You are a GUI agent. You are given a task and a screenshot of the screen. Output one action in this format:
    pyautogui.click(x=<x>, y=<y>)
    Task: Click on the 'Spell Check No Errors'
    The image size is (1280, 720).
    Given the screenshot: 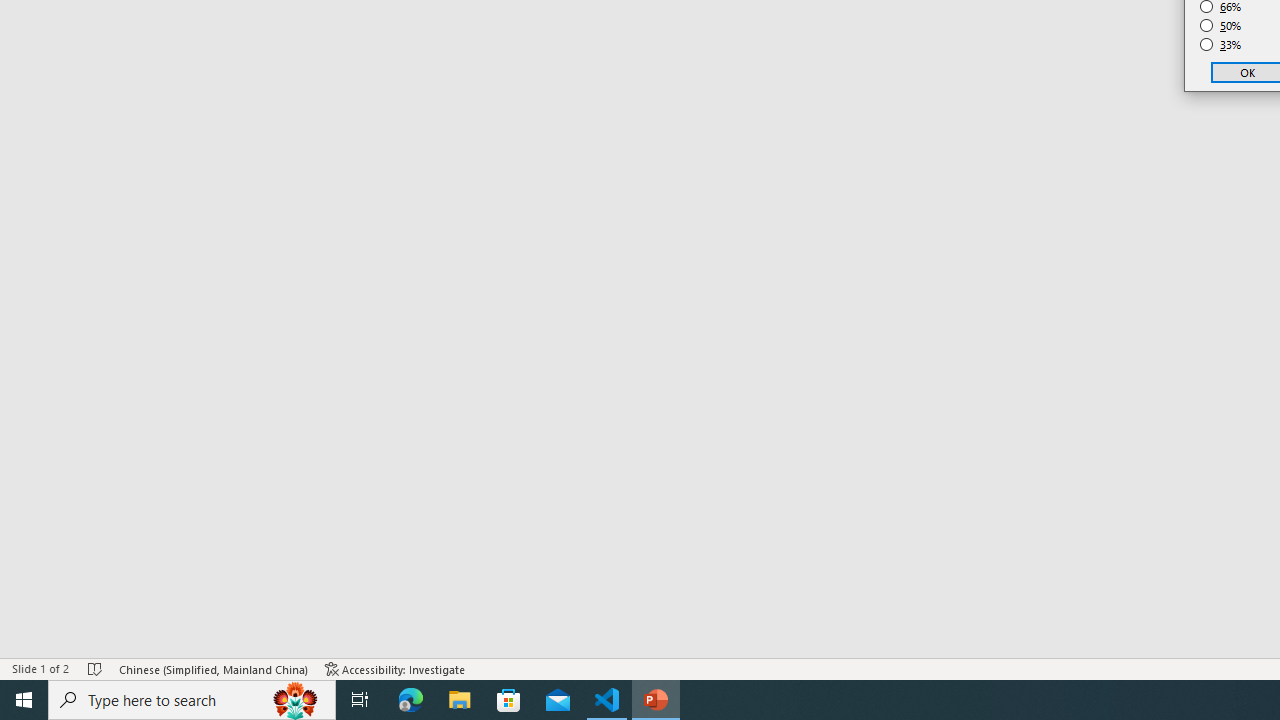 What is the action you would take?
    pyautogui.click(x=95, y=669)
    